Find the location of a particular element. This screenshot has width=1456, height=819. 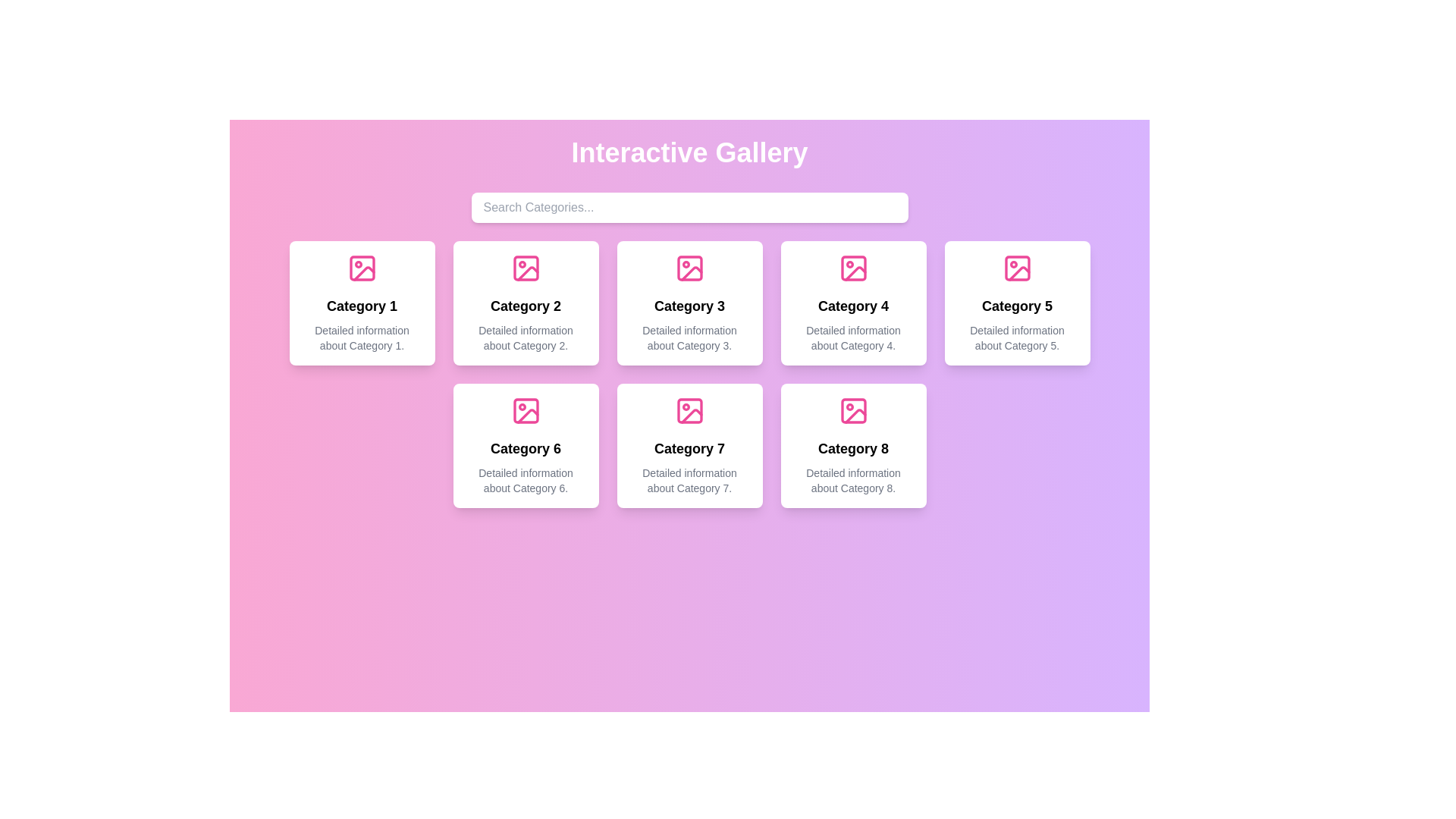

the icon representing 'Category 8', which is located at the top-center of the panel labeled 'Category 8' is located at coordinates (853, 411).